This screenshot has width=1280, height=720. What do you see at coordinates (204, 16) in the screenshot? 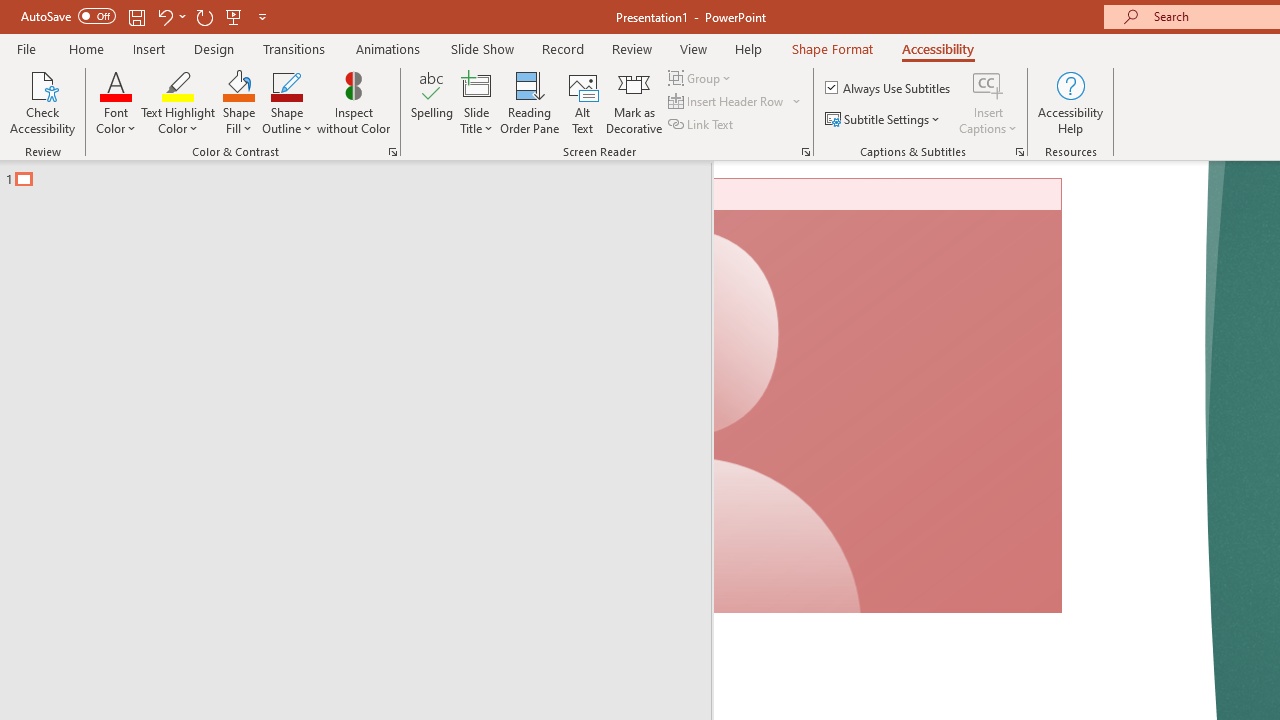
I see `'Redo'` at bounding box center [204, 16].